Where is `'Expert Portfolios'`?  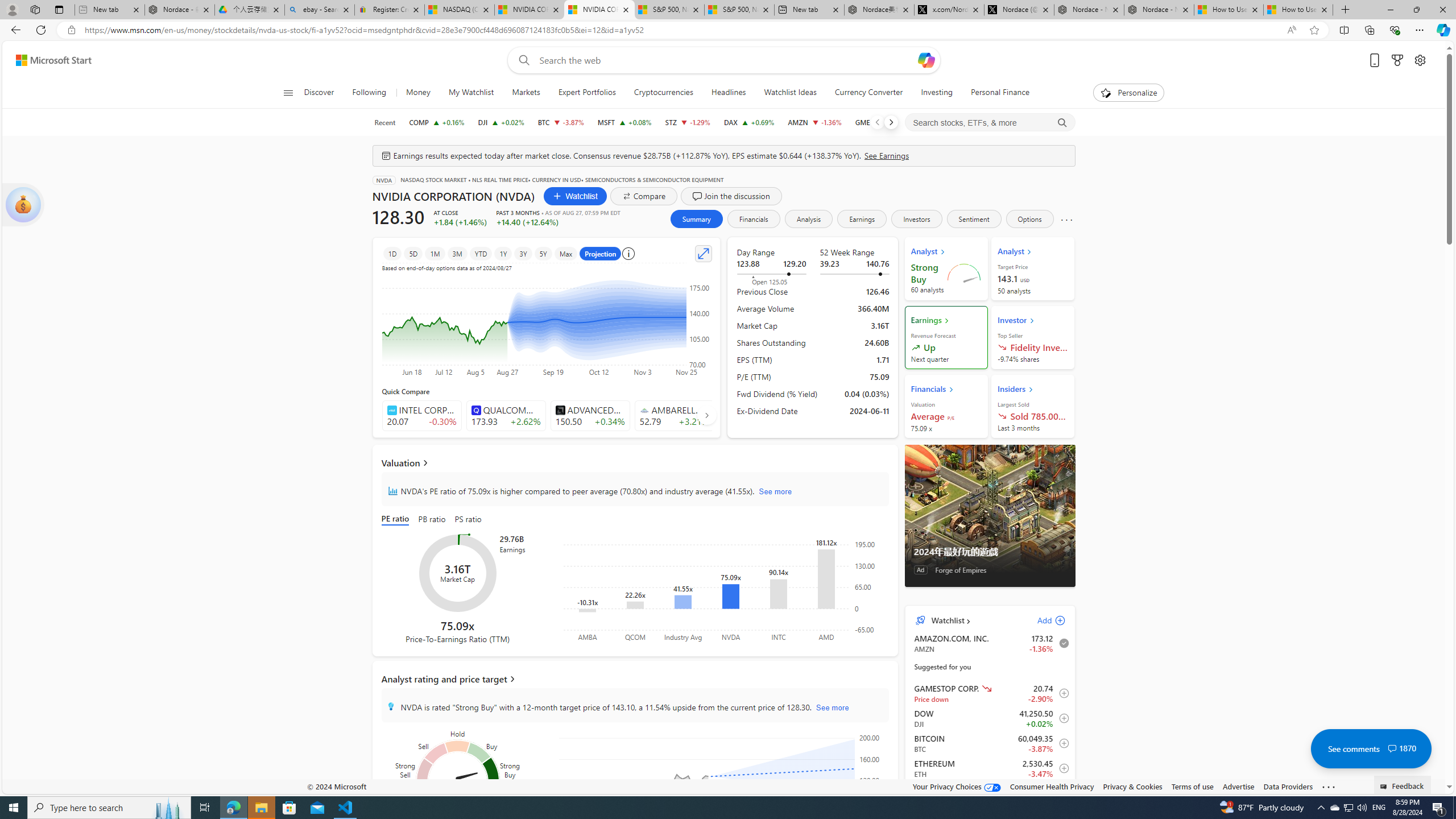 'Expert Portfolios' is located at coordinates (586, 92).